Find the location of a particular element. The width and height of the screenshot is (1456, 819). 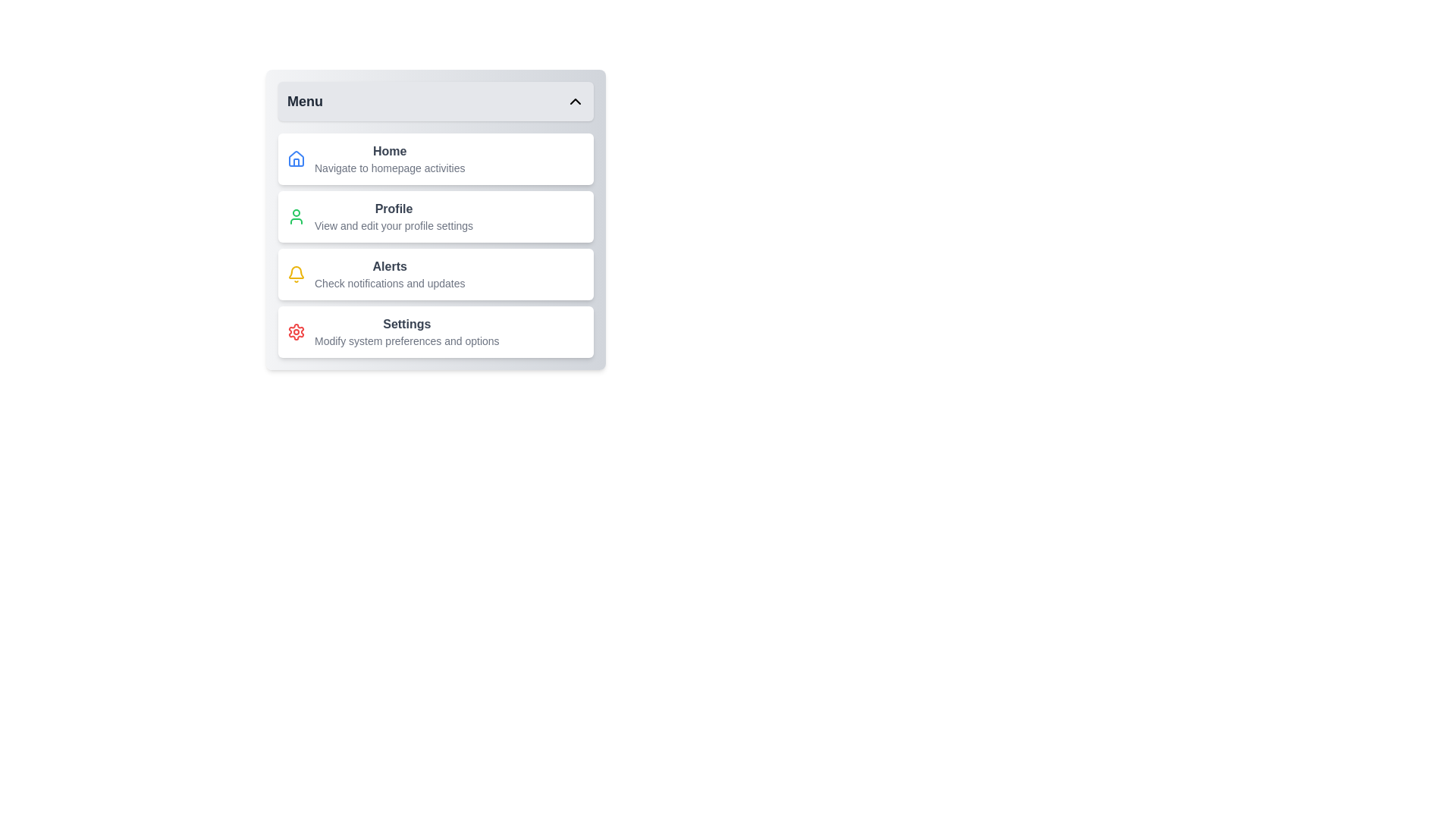

the Settings icon in the menu is located at coordinates (296, 331).